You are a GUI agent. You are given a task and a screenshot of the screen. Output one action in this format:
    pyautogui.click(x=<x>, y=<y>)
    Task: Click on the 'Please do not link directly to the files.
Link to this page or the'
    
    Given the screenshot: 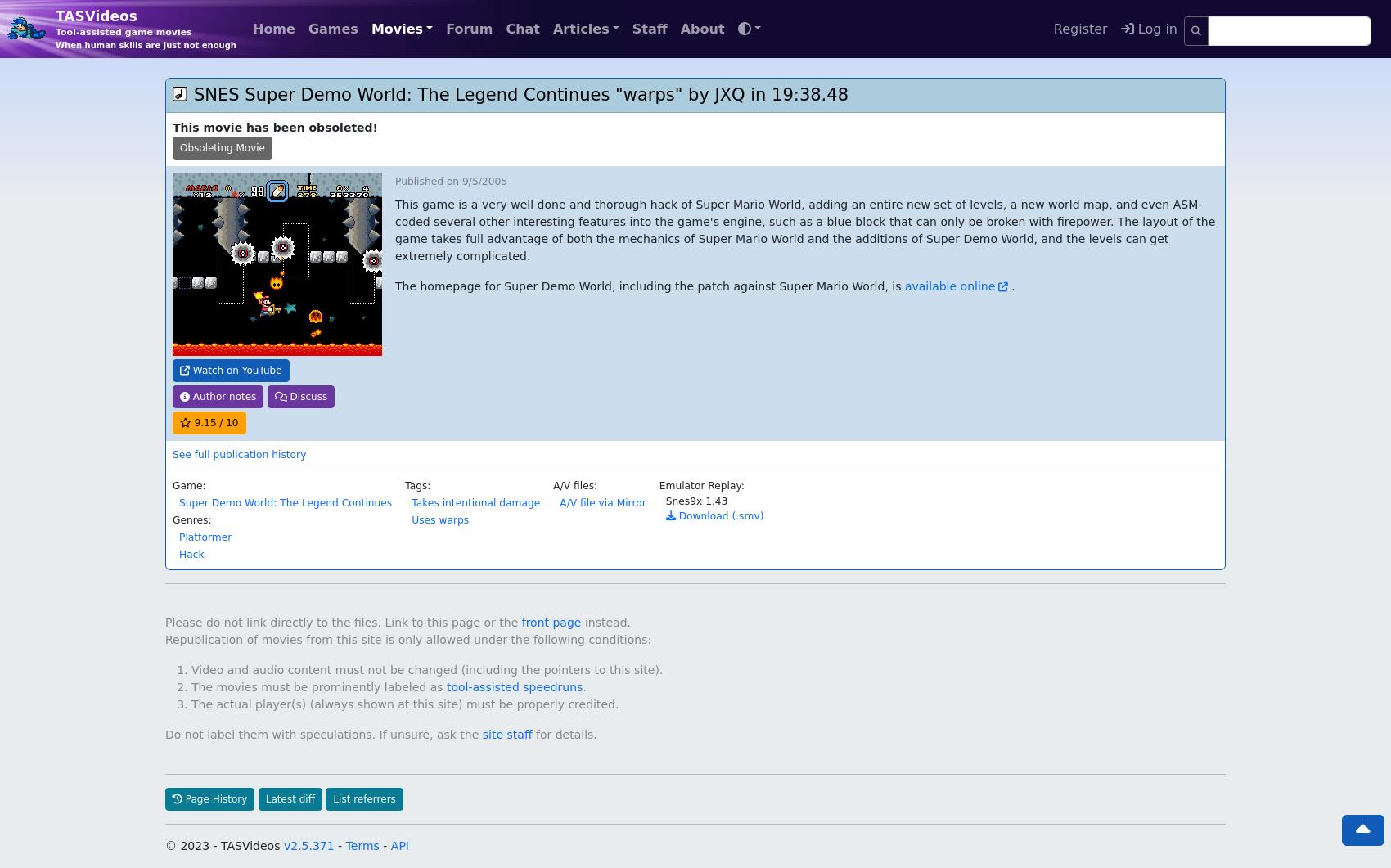 What is the action you would take?
    pyautogui.click(x=342, y=587)
    